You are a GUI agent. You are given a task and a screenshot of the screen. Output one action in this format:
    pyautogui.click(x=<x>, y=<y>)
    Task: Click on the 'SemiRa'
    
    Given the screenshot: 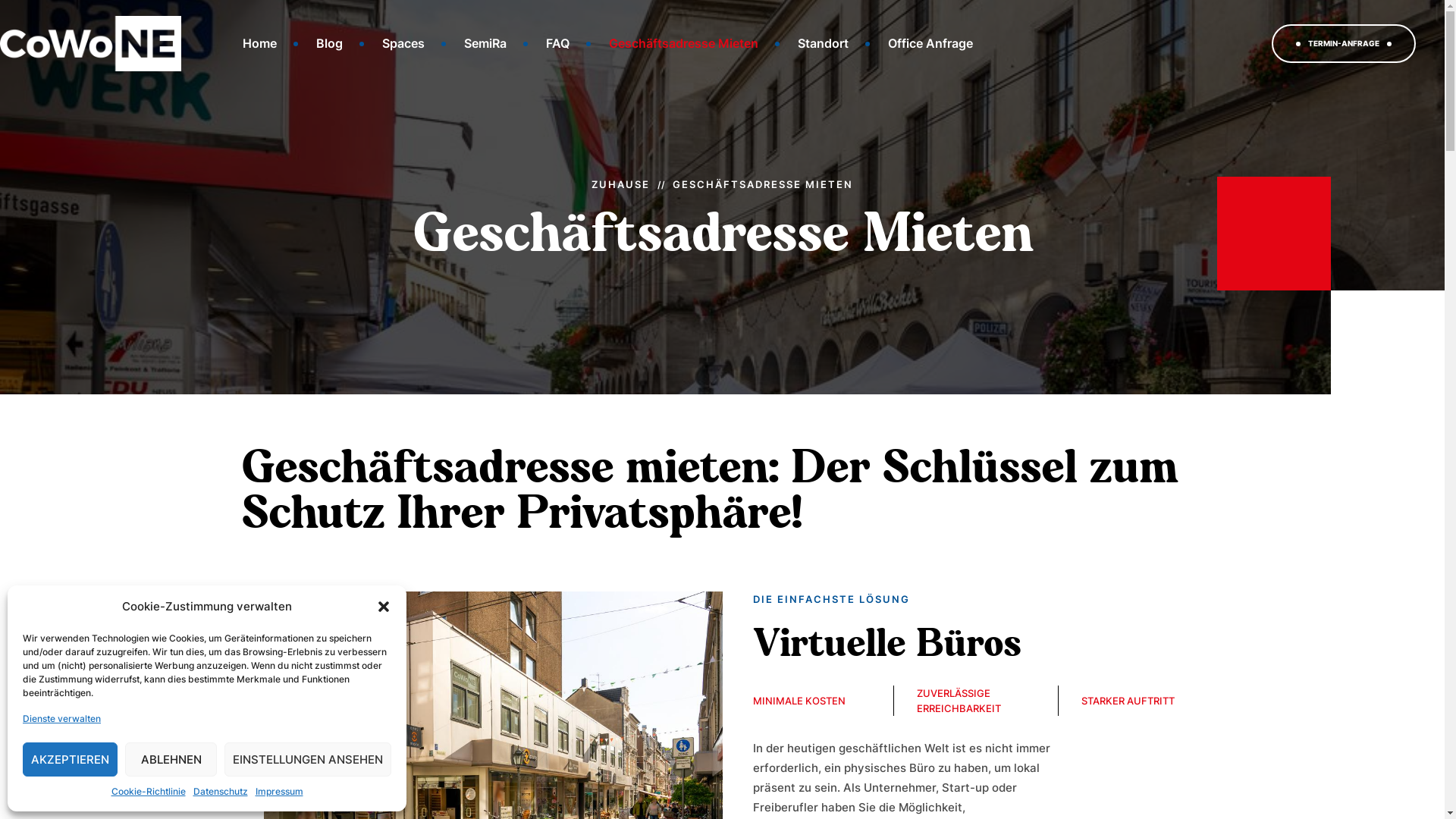 What is the action you would take?
    pyautogui.click(x=484, y=42)
    